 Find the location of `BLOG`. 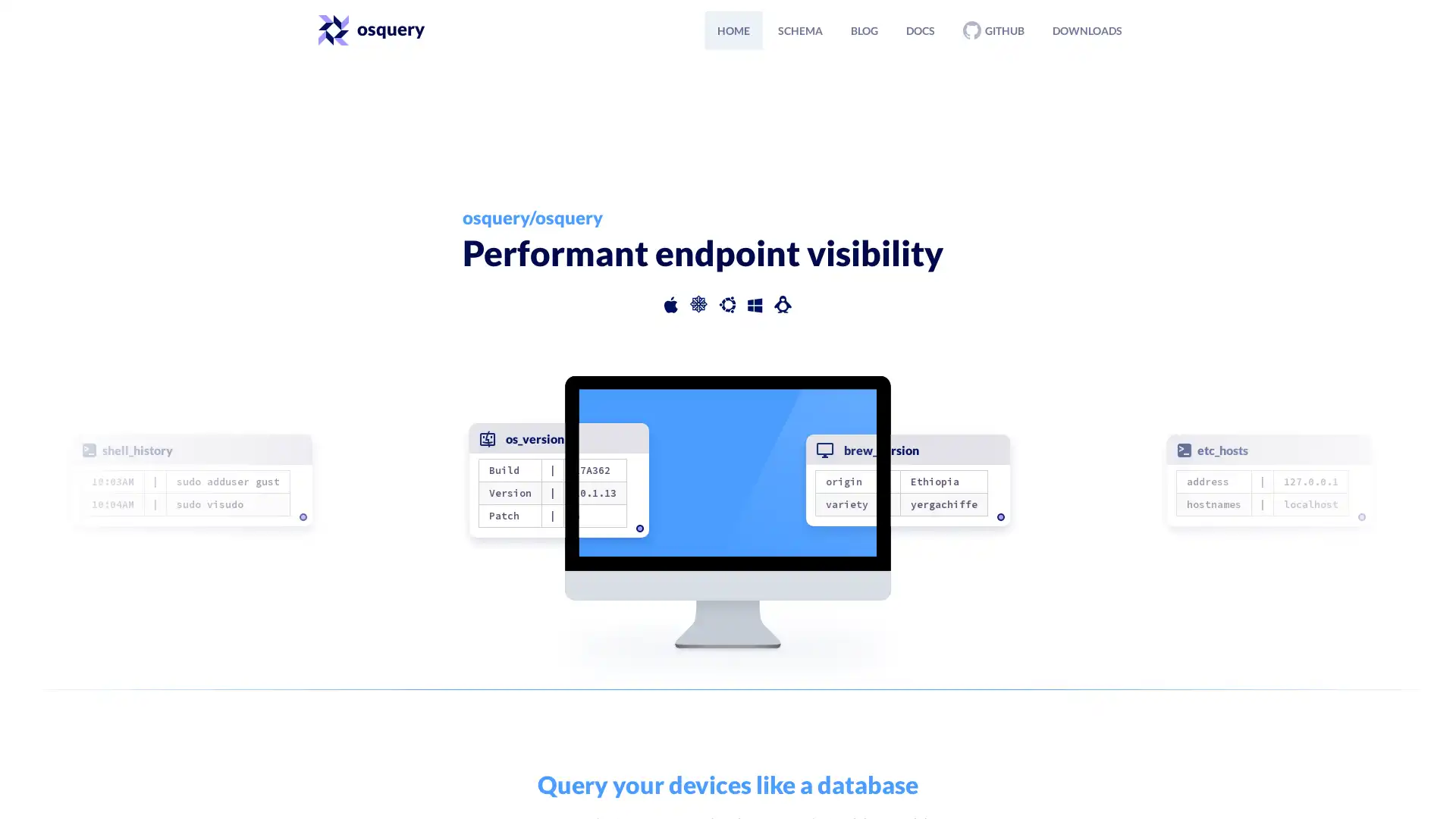

BLOG is located at coordinates (864, 30).